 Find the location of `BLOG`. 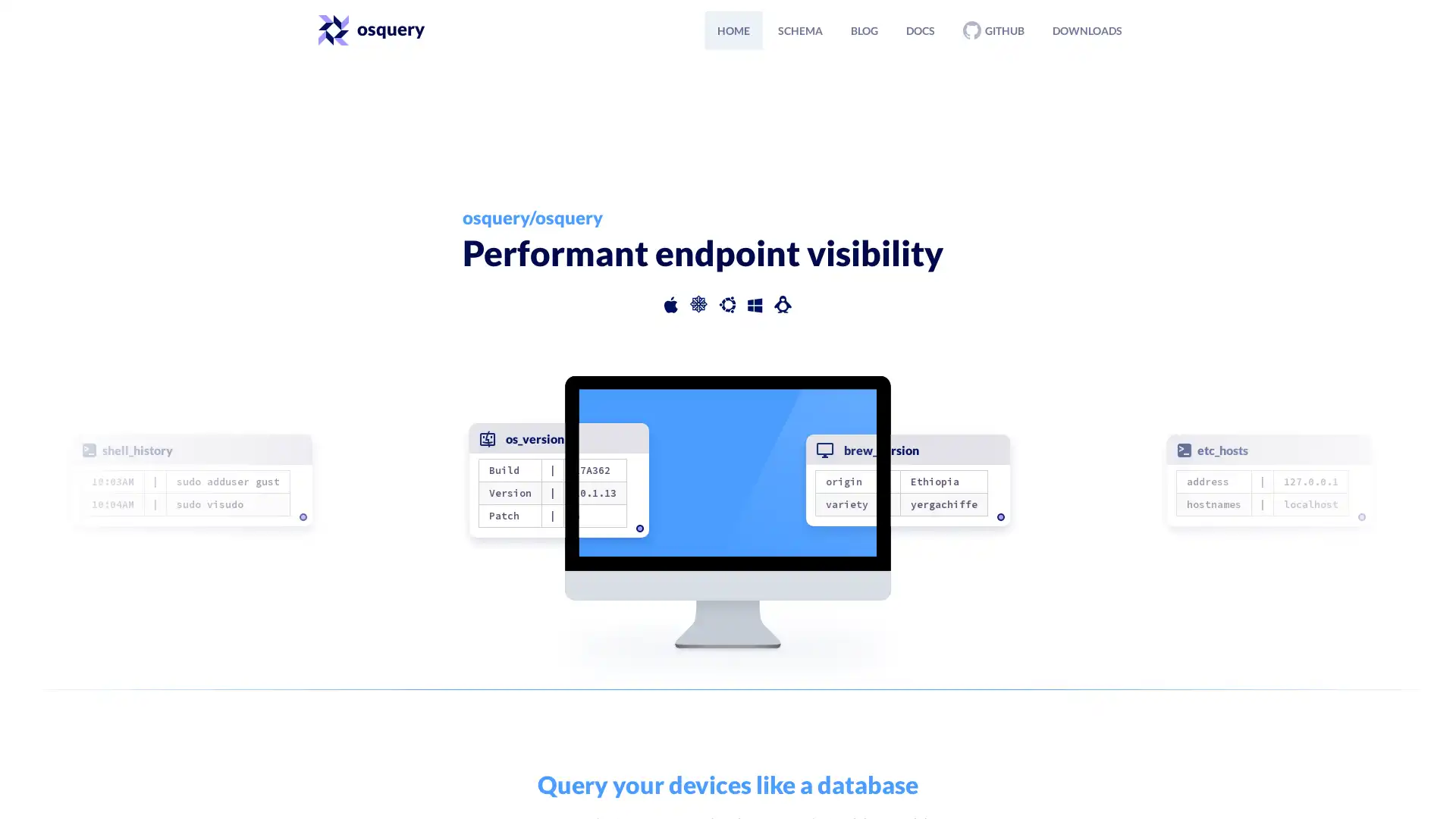

BLOG is located at coordinates (864, 30).